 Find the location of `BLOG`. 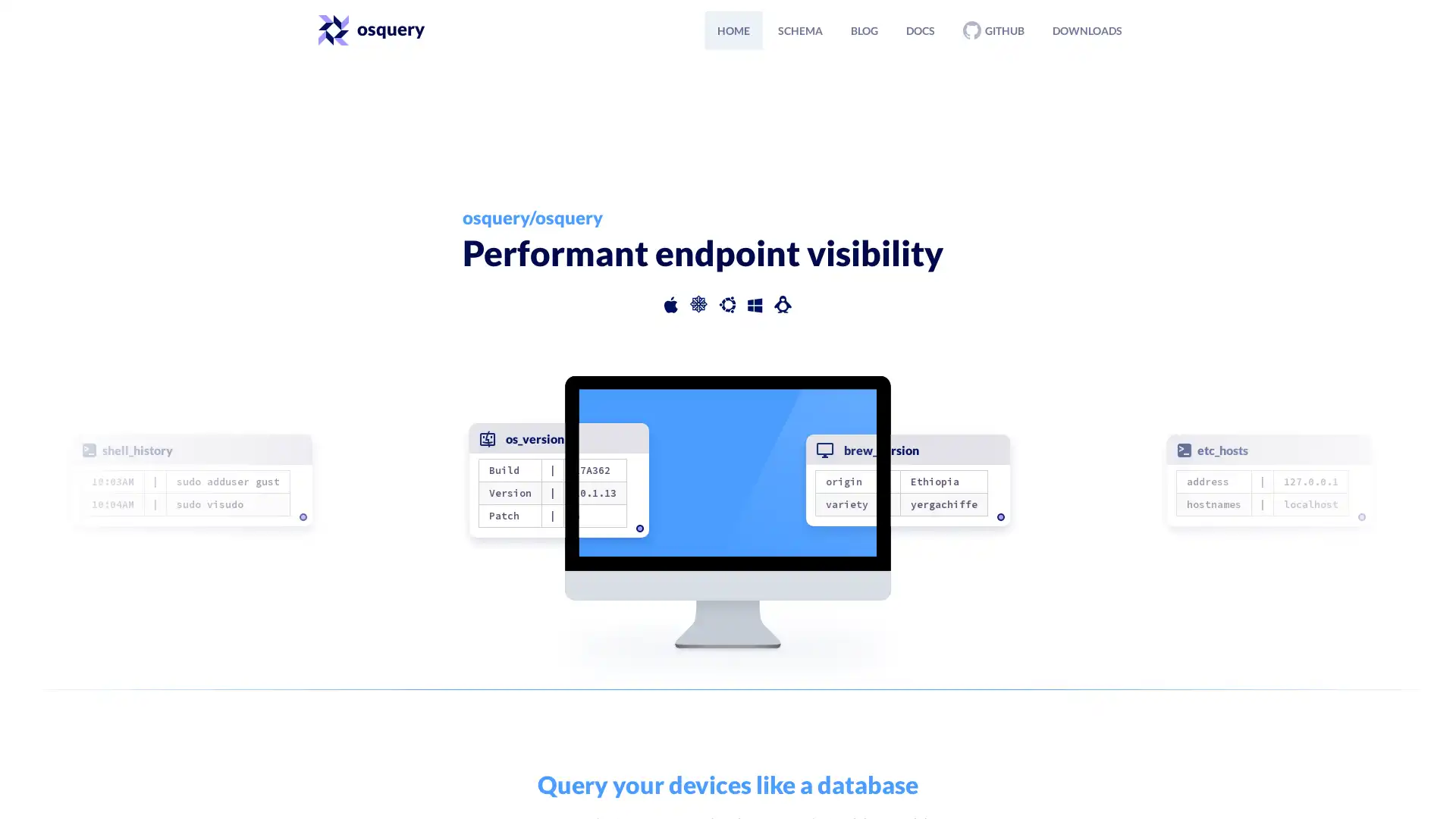

BLOG is located at coordinates (864, 30).